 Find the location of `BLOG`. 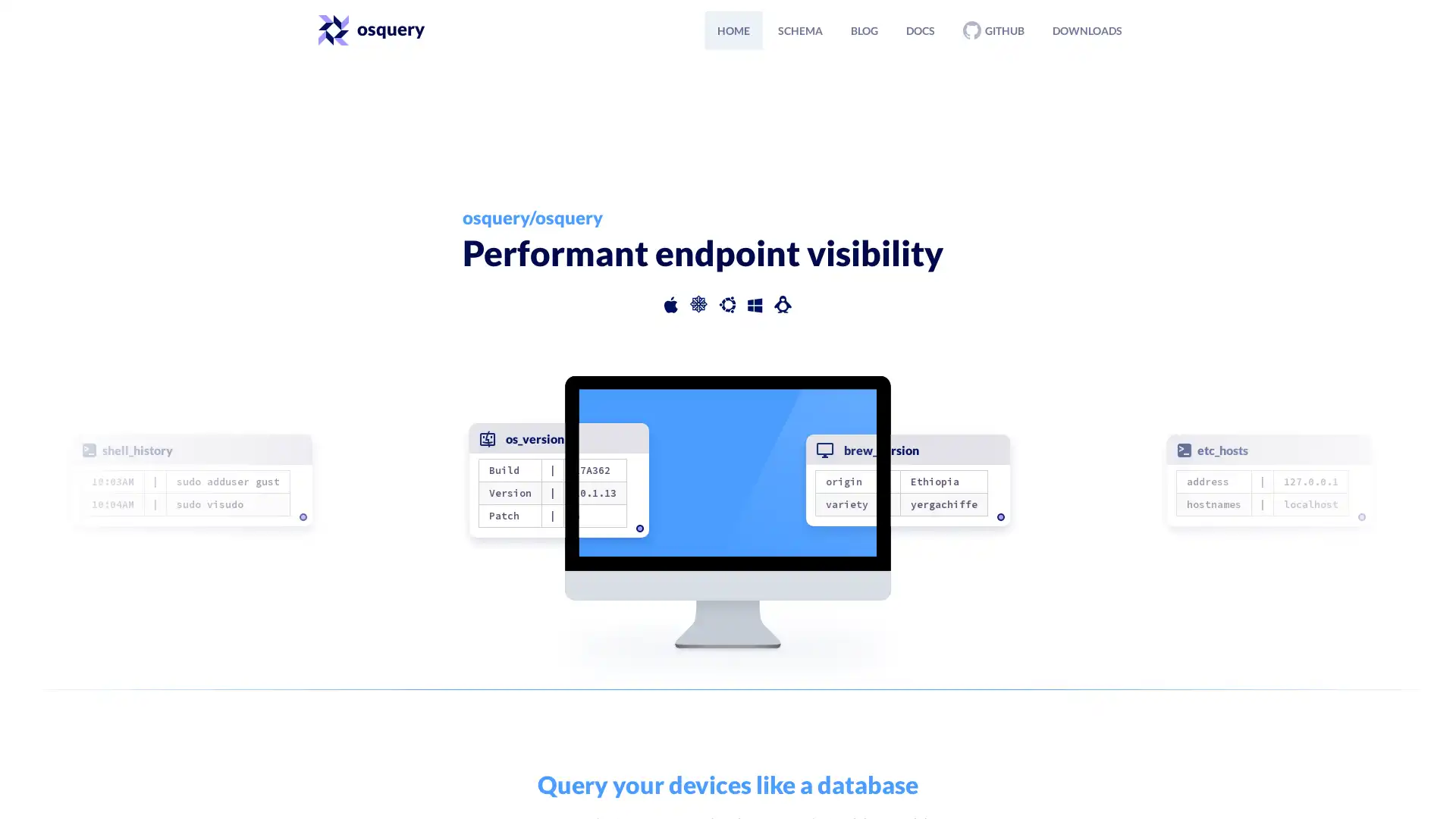

BLOG is located at coordinates (864, 30).